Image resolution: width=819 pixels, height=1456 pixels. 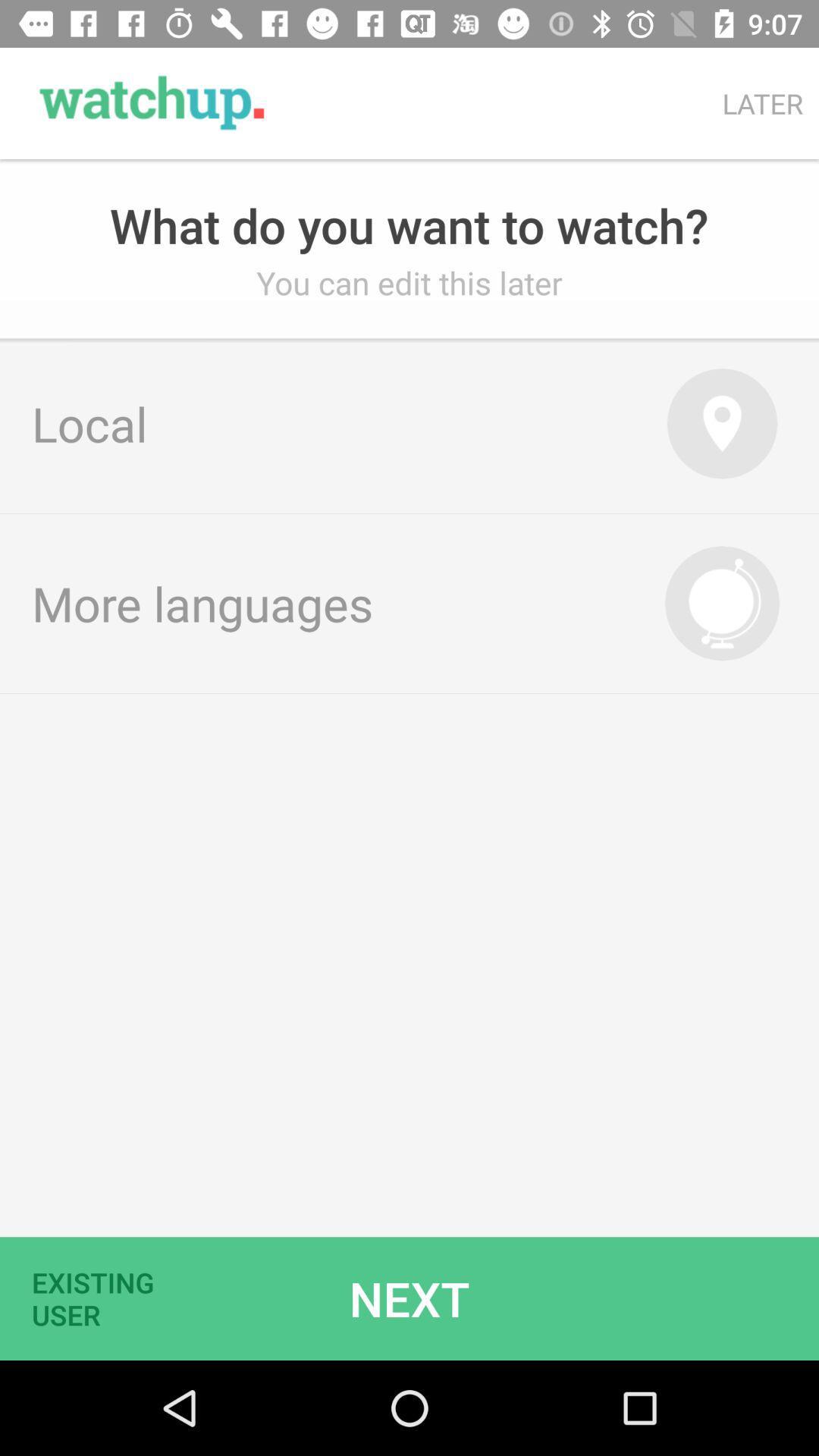 What do you see at coordinates (102, 1298) in the screenshot?
I see `icon below the more languages` at bounding box center [102, 1298].